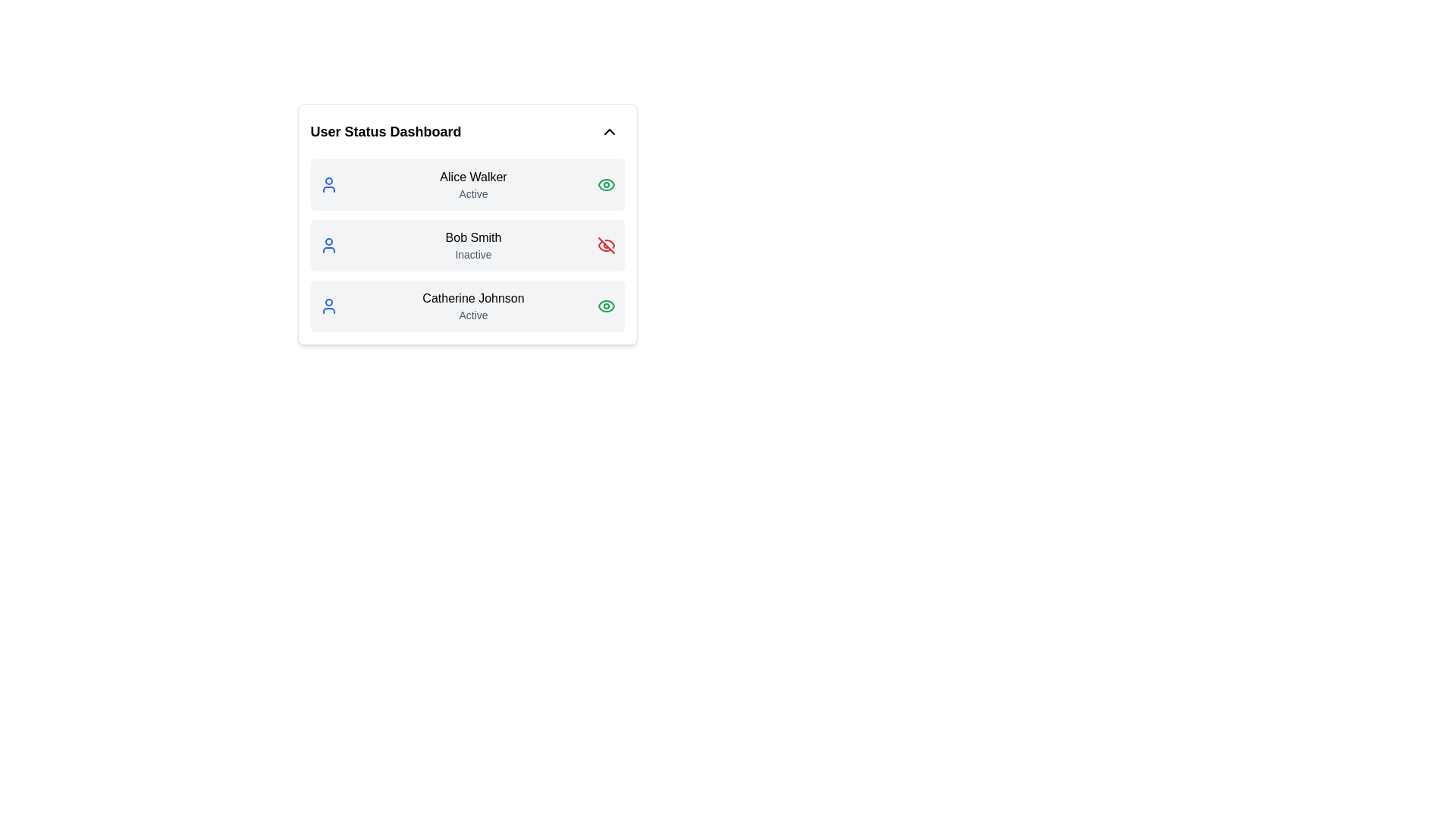  I want to click on the ListItem displaying 'Bob Smith' with 'Inactive' status in the 'User Status Dashboard', so click(466, 245).